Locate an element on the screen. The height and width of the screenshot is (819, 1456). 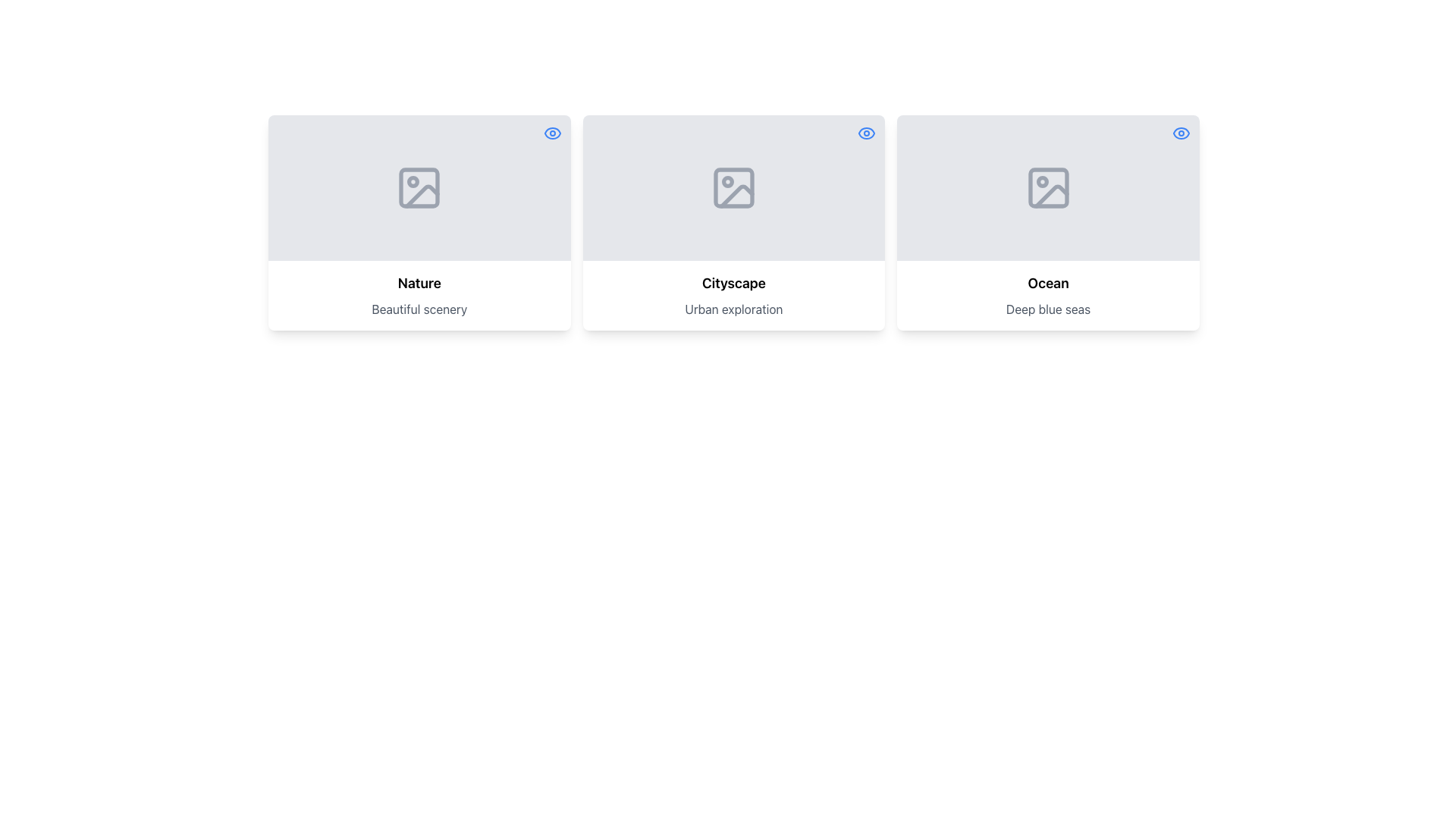
the icon that visually represents the topic 'Nature' in the first card from the left, positioned above the title and subtitle is located at coordinates (419, 187).